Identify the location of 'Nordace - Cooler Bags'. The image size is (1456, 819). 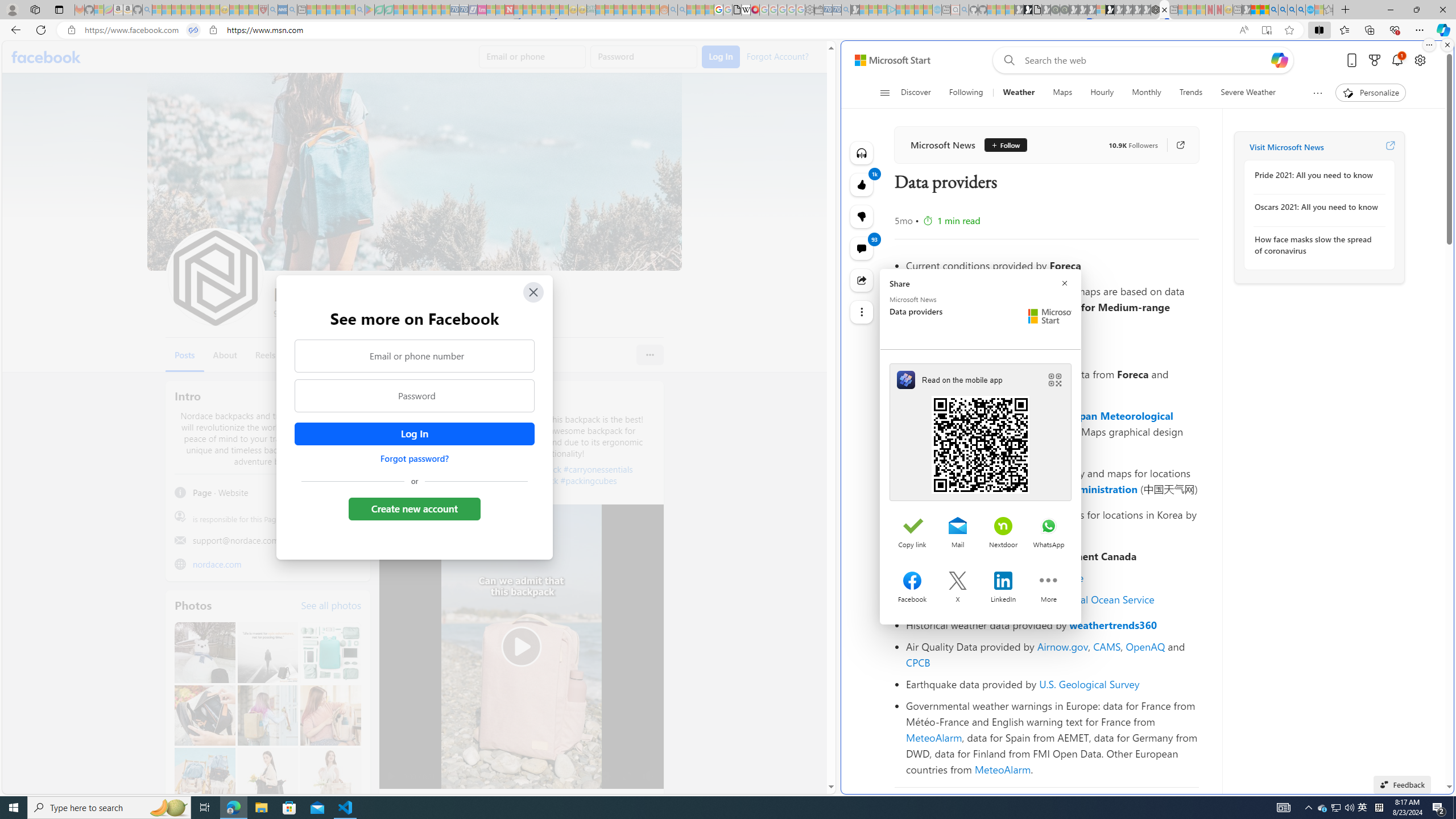
(1155, 9).